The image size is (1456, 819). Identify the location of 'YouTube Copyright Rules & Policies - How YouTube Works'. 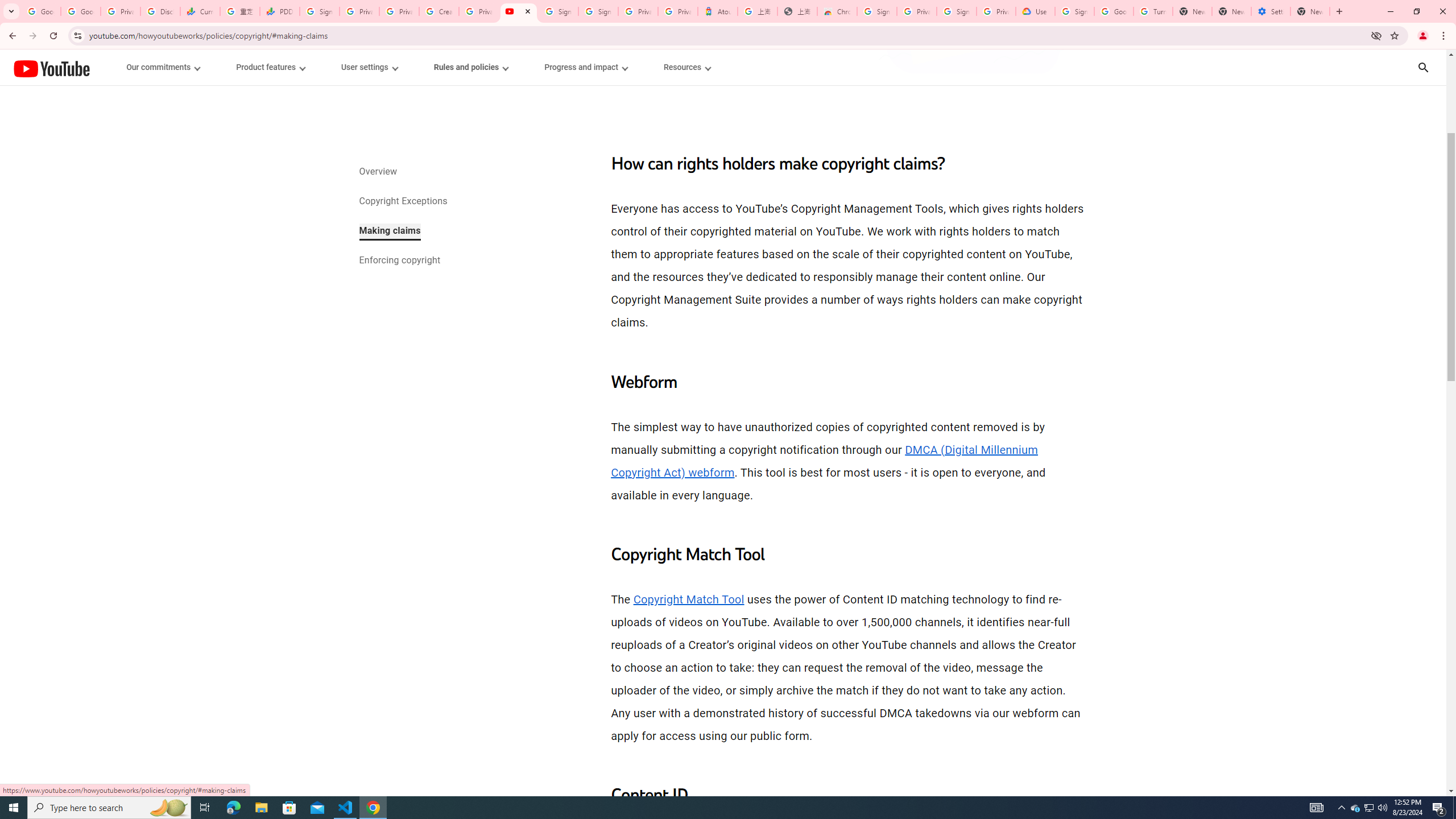
(518, 11).